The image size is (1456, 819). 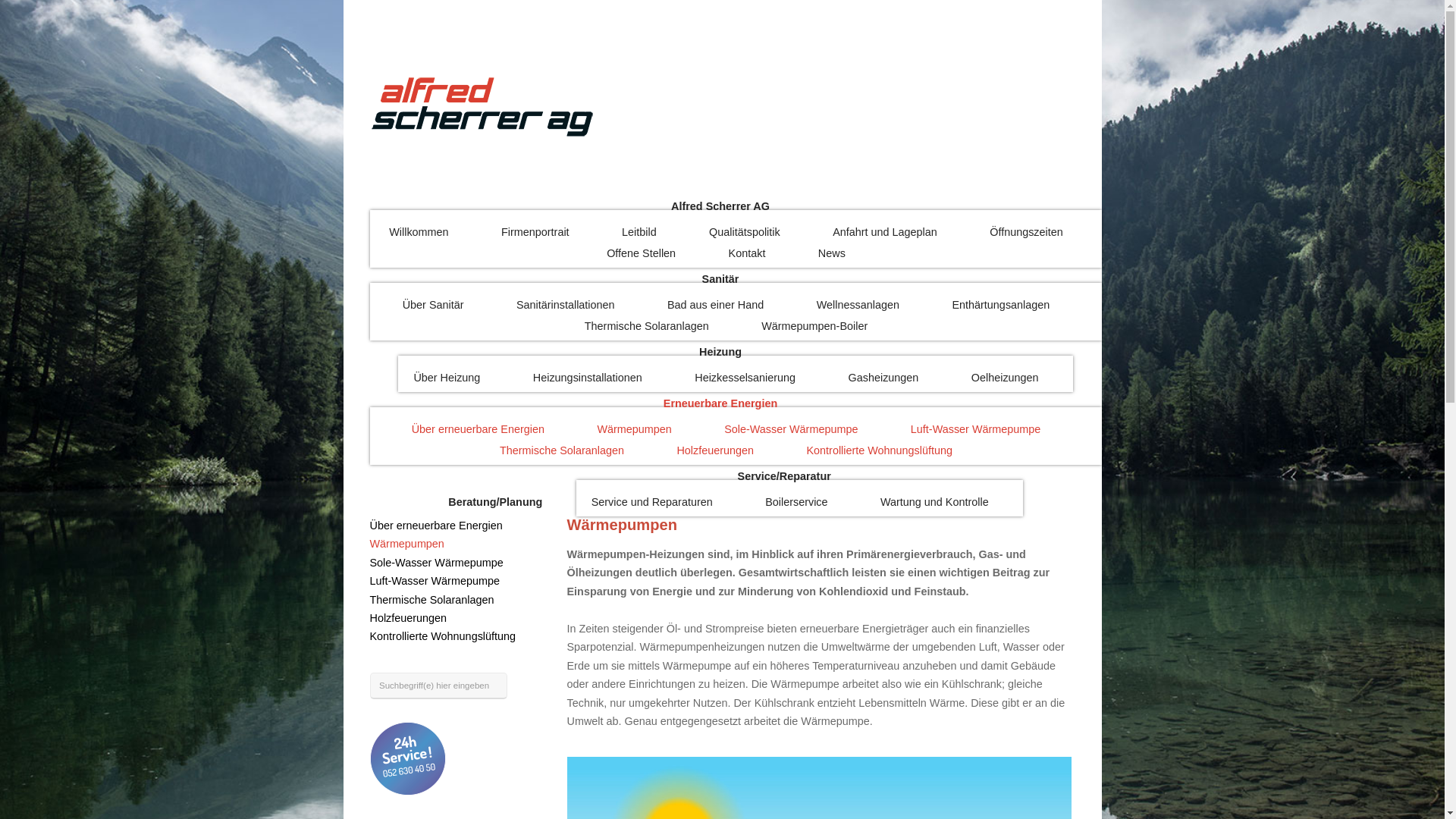 I want to click on 'Bad aus einer Hand', so click(x=714, y=308).